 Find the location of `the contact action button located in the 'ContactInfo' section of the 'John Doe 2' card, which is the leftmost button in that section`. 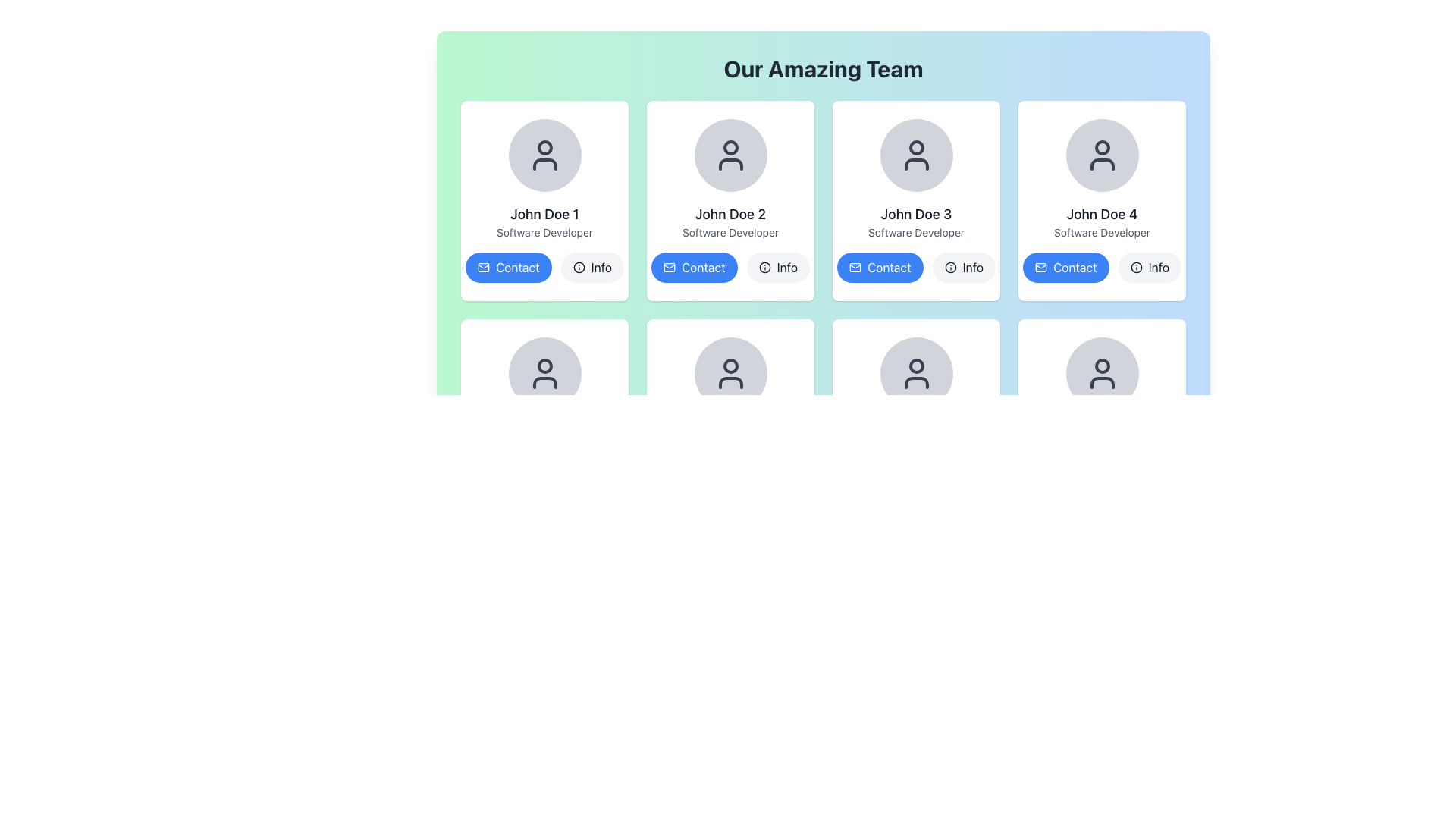

the contact action button located in the 'ContactInfo' section of the 'John Doe 2' card, which is the leftmost button in that section is located at coordinates (730, 267).